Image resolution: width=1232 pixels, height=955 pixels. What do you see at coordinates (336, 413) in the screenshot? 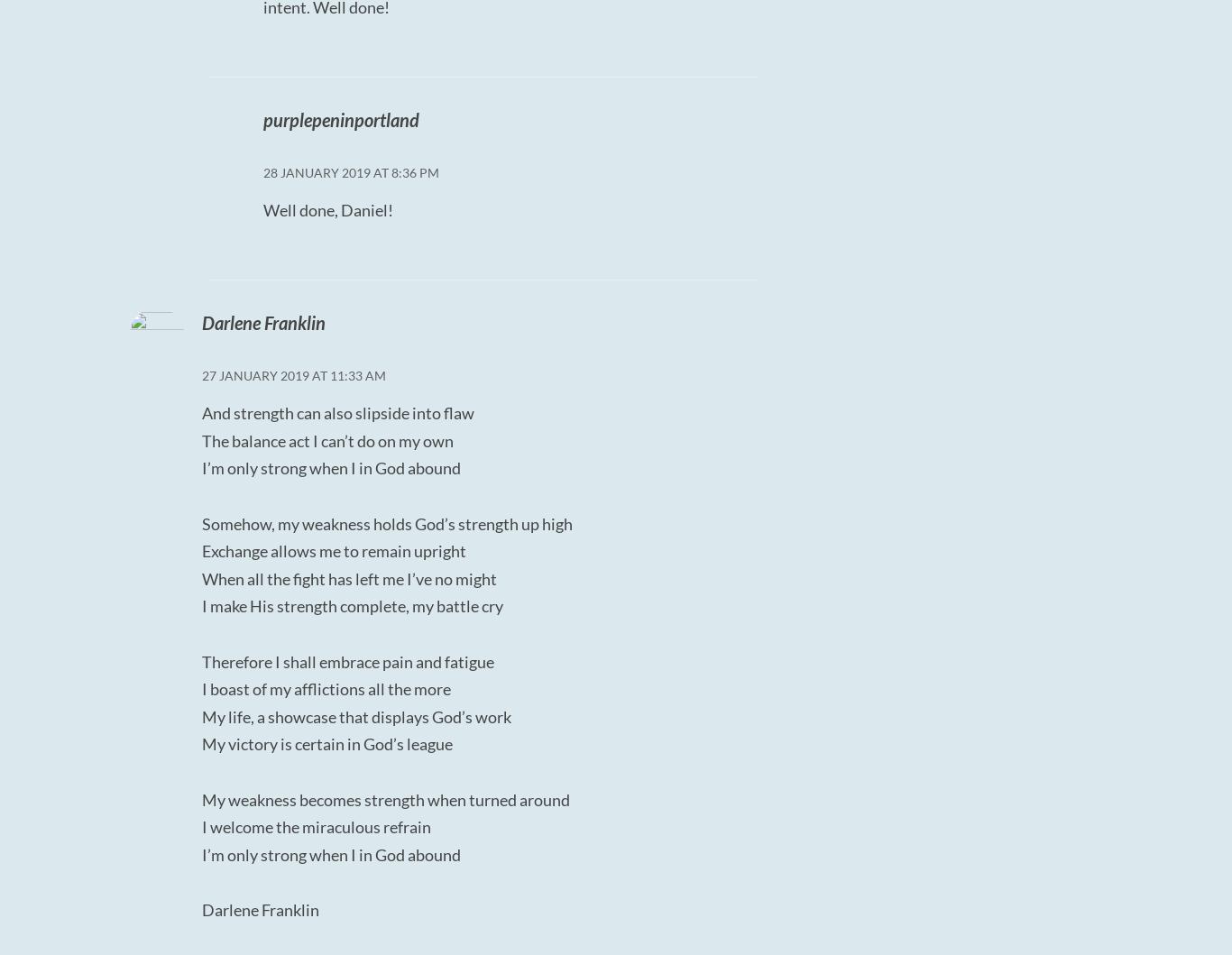
I see `'And strength can also slipside into flaw'` at bounding box center [336, 413].